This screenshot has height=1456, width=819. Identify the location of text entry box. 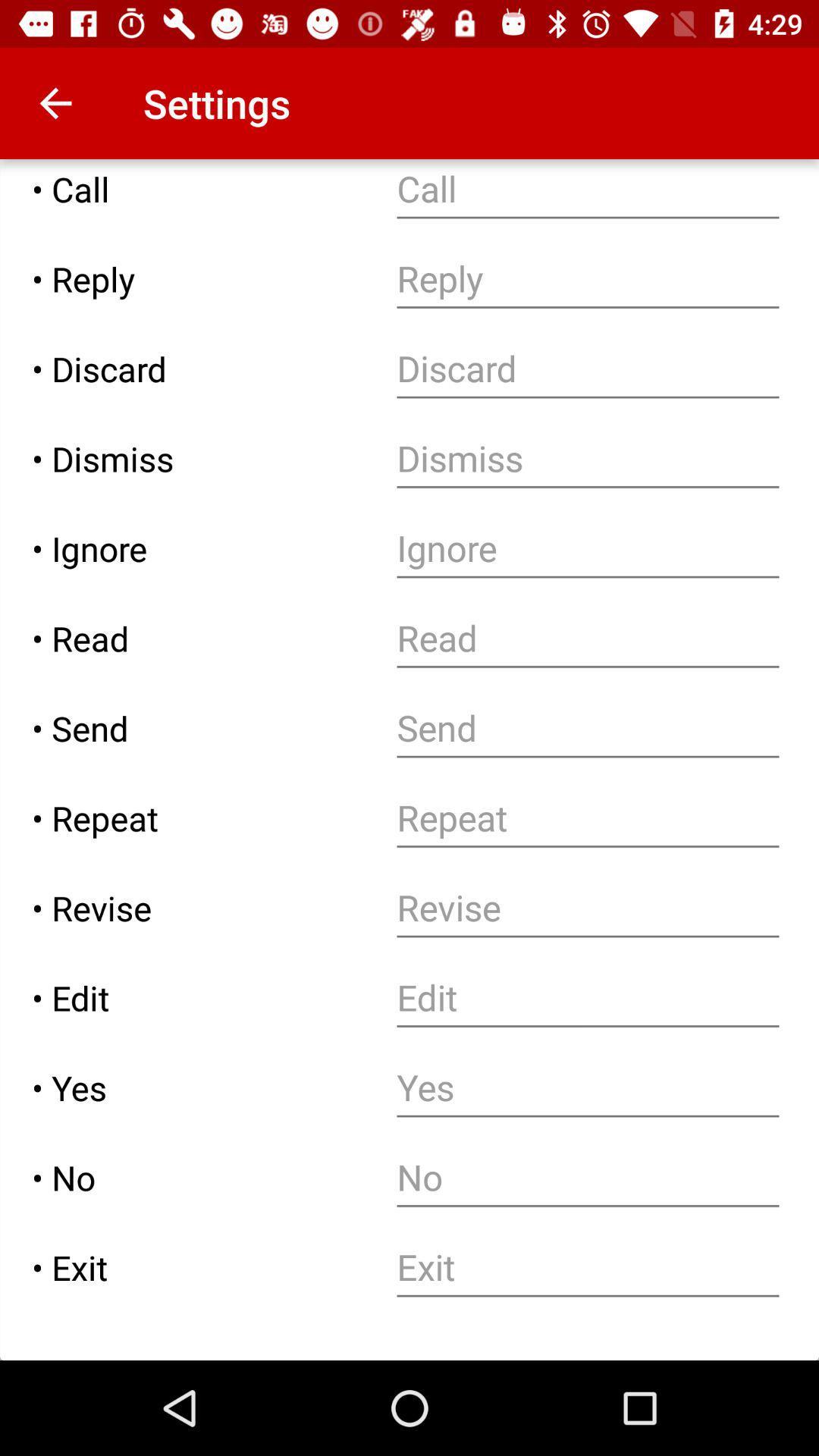
(587, 908).